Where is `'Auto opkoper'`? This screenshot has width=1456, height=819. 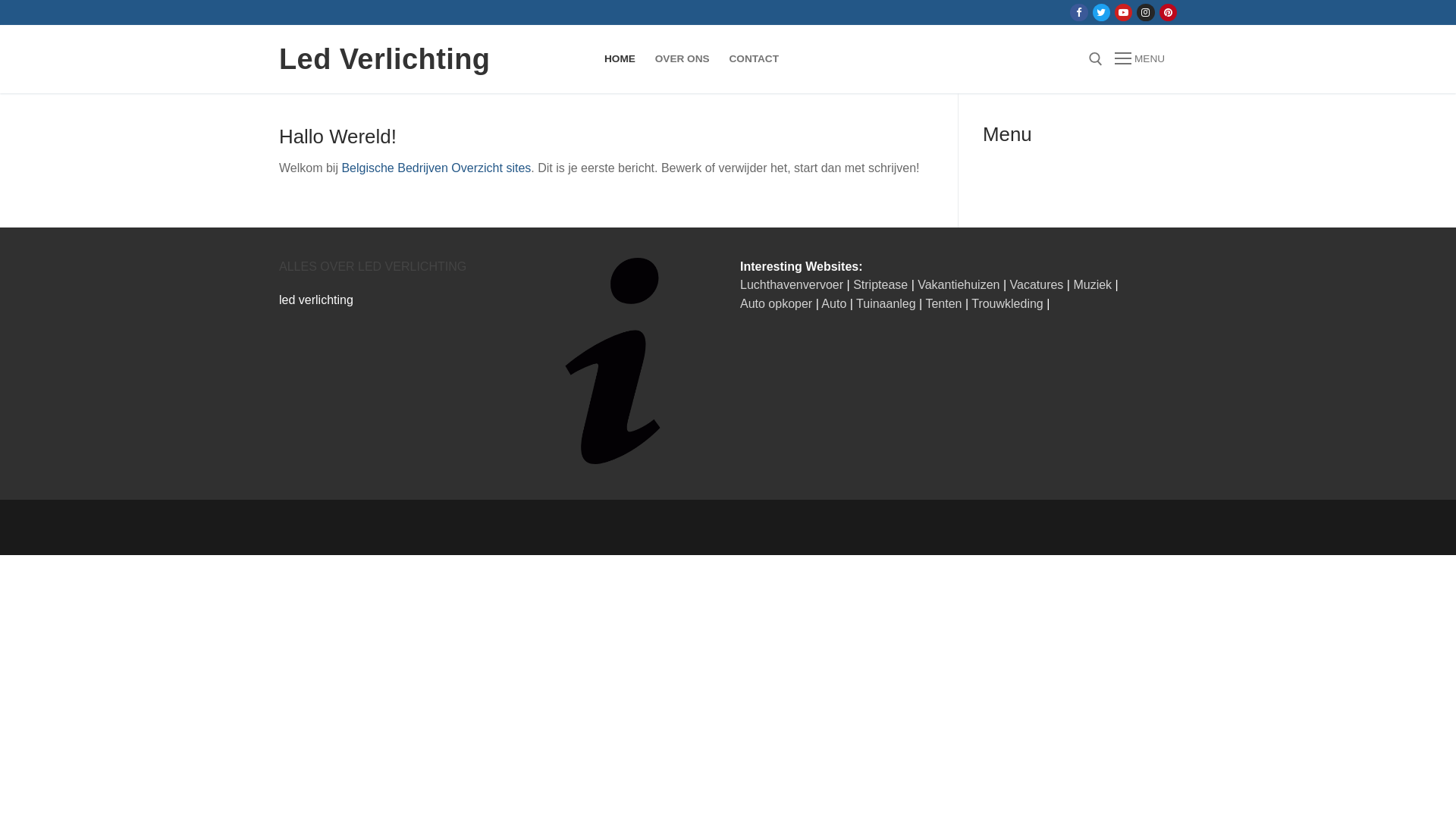 'Auto opkoper' is located at coordinates (776, 303).